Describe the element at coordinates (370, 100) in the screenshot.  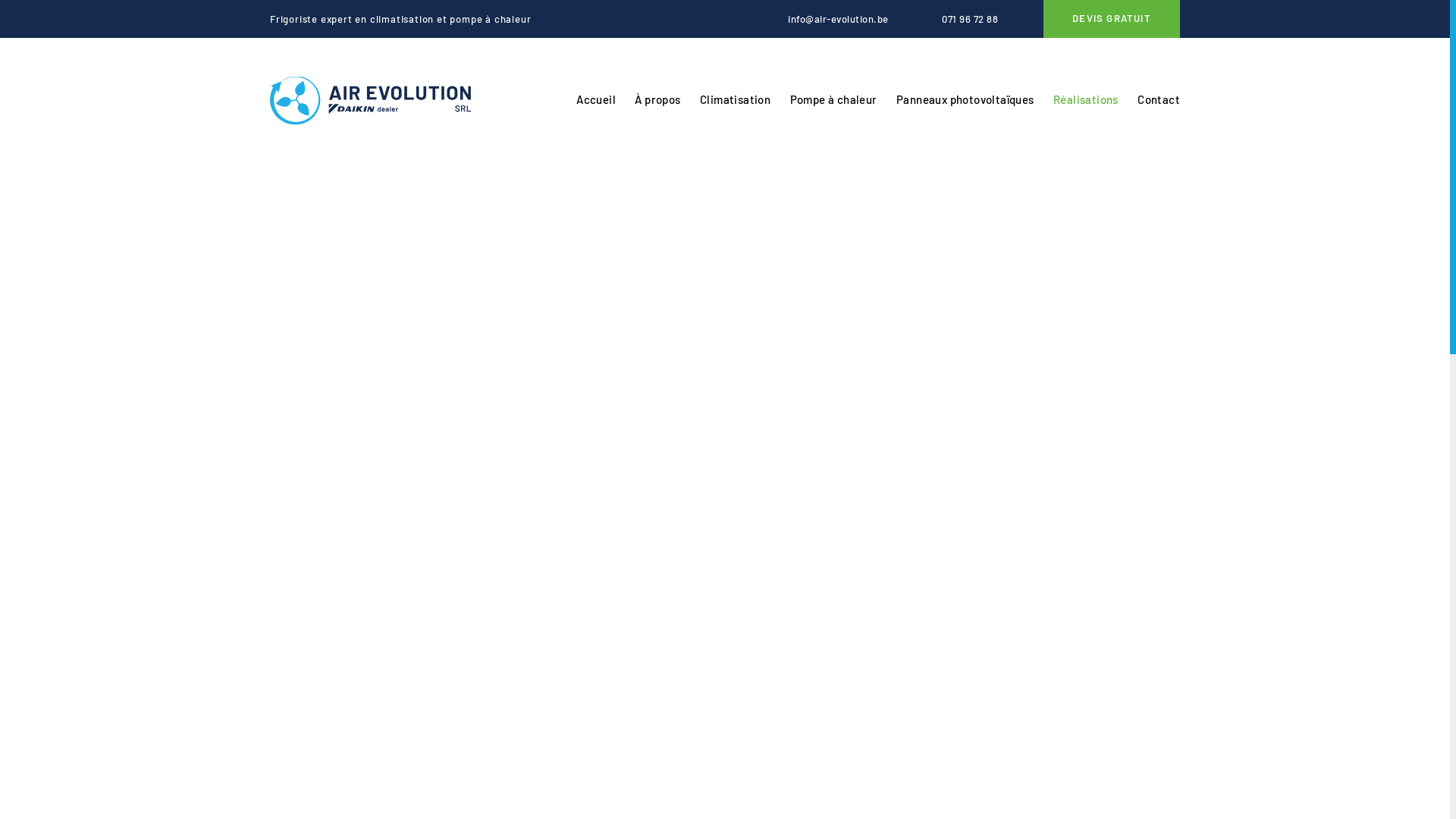
I see `'Air Evolution'` at that location.